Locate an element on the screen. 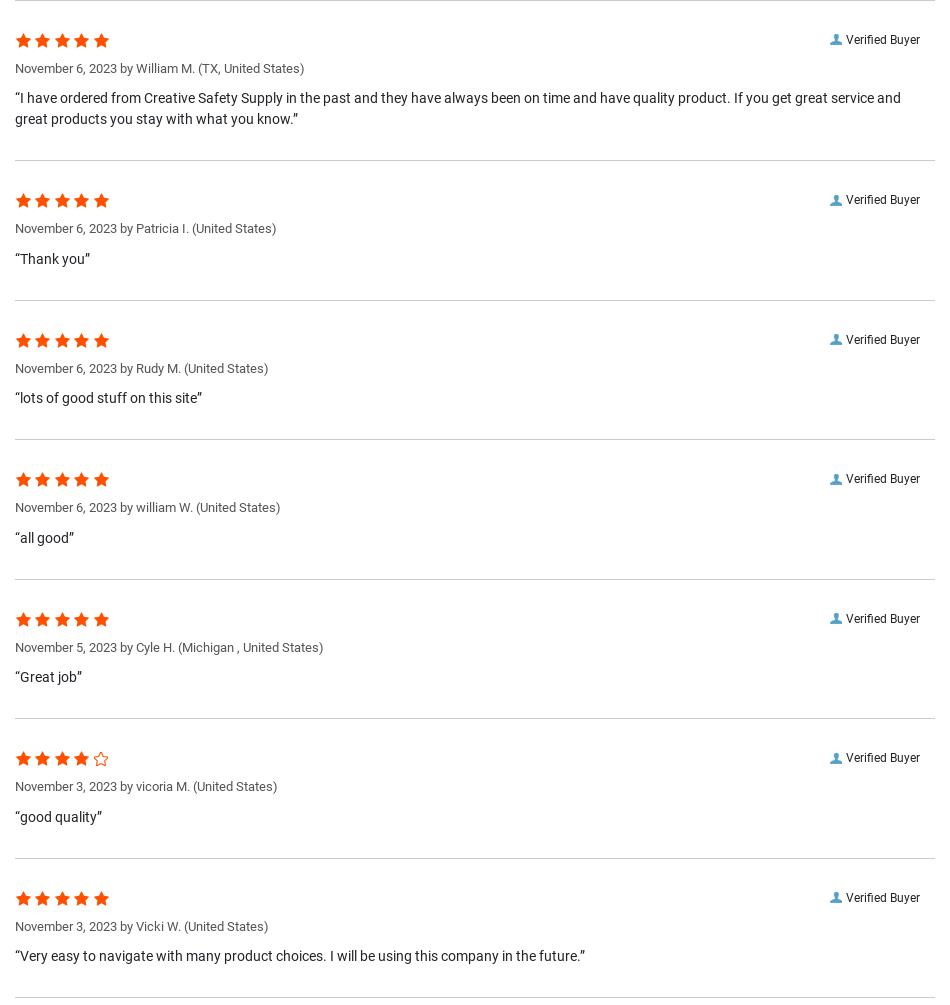  '“Great job”' is located at coordinates (48, 676).